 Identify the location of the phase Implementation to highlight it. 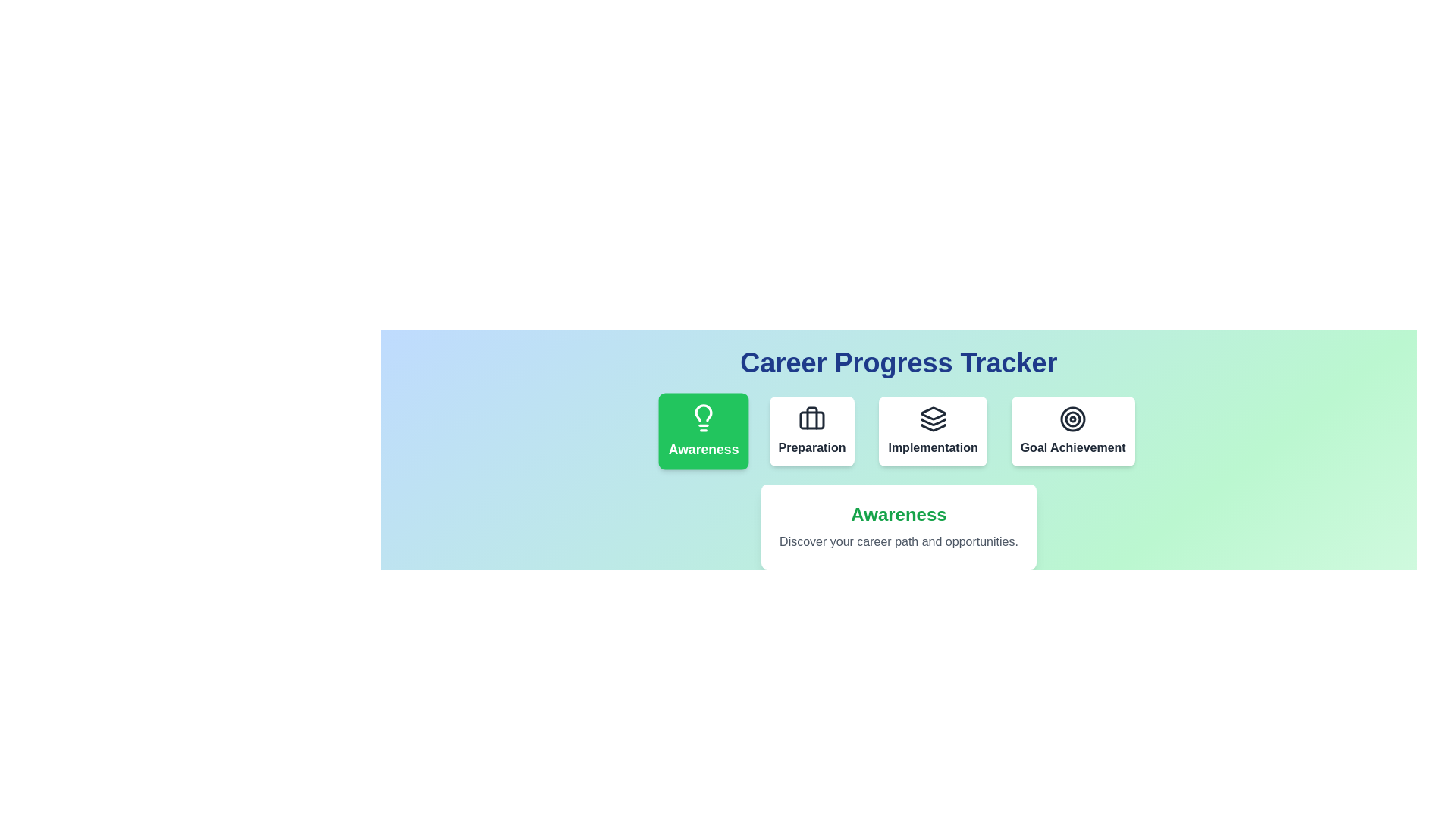
(932, 431).